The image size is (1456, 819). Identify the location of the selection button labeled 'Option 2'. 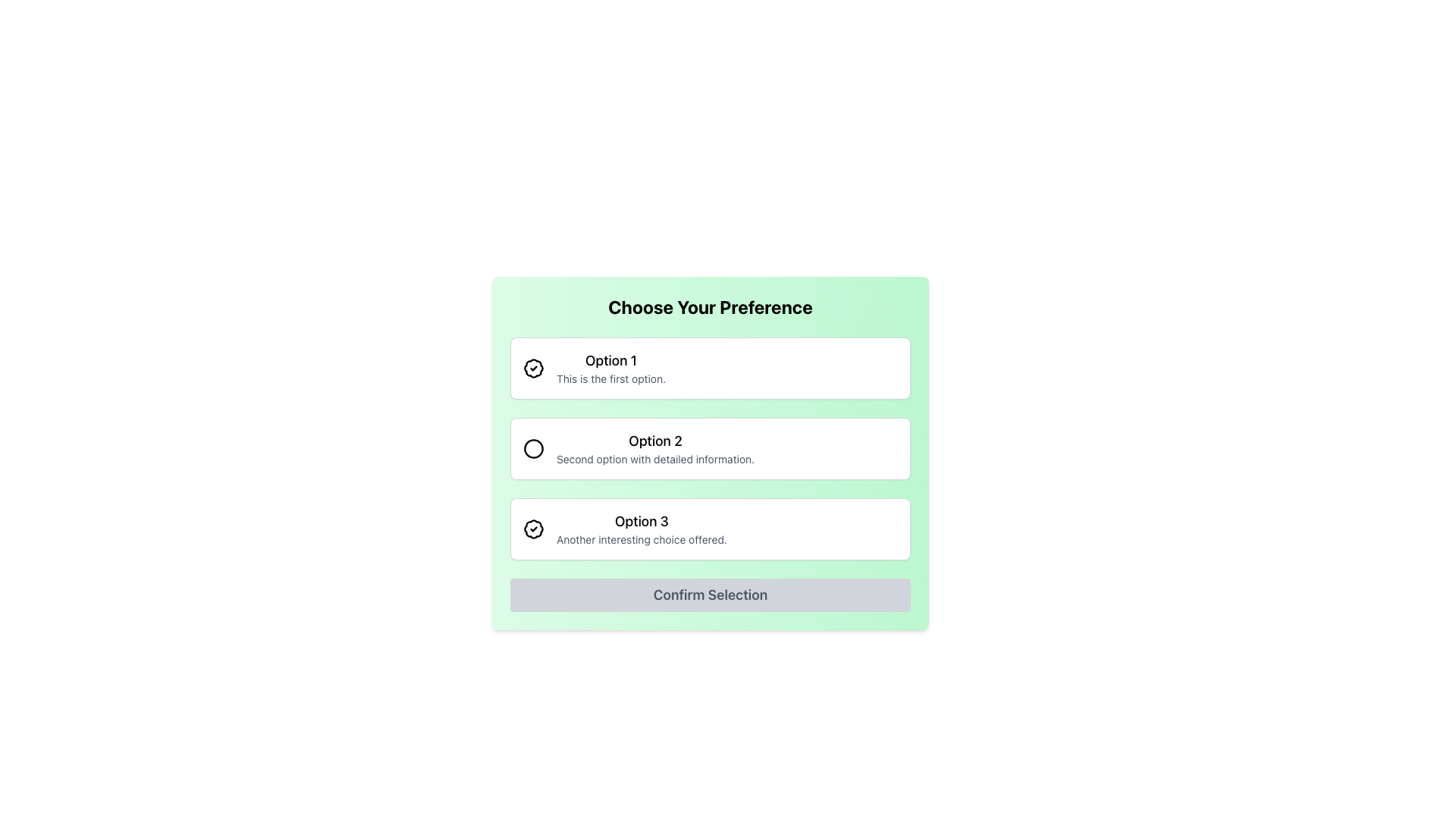
(709, 452).